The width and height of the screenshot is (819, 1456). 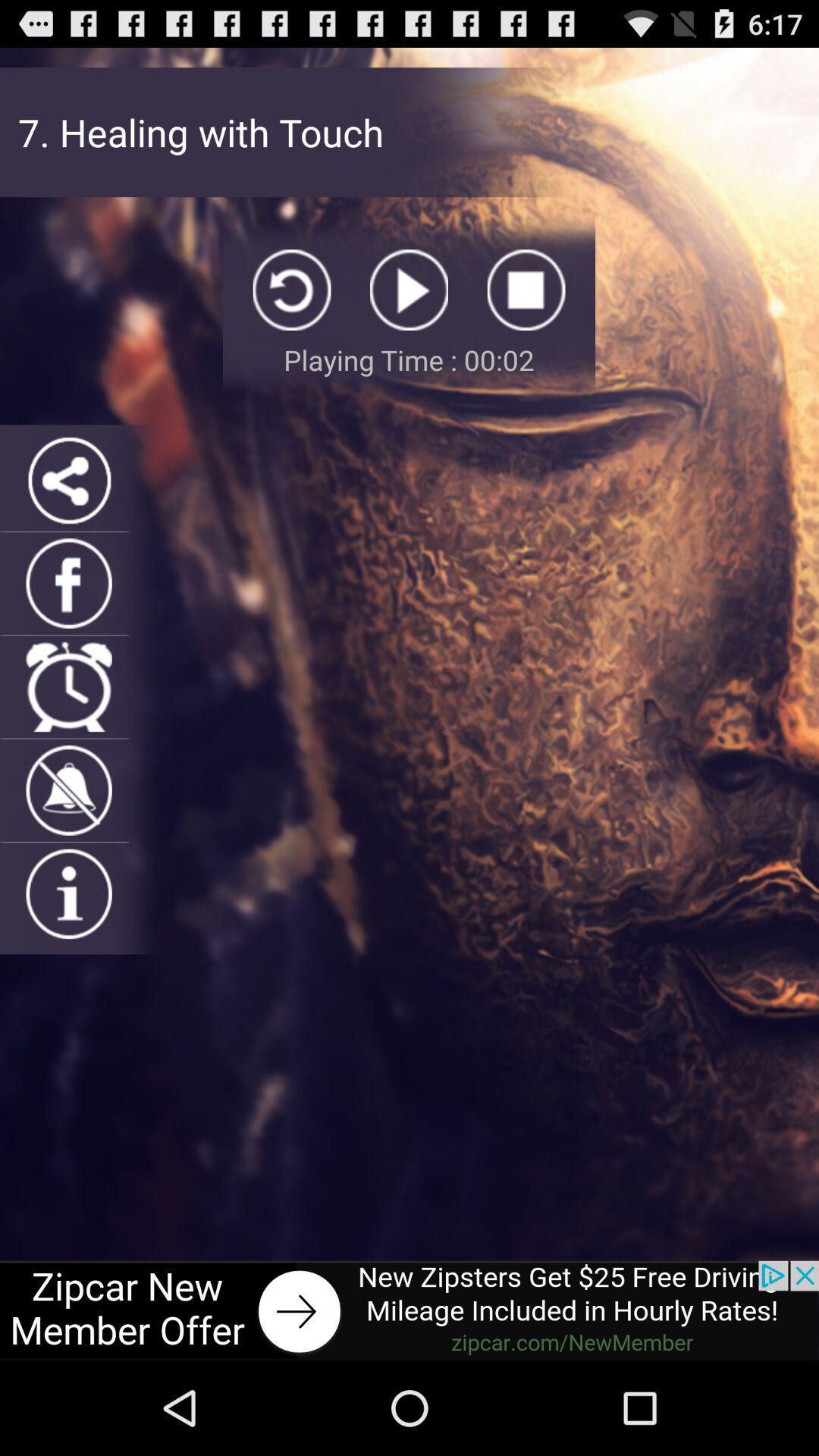 I want to click on mute the alarm, so click(x=69, y=789).